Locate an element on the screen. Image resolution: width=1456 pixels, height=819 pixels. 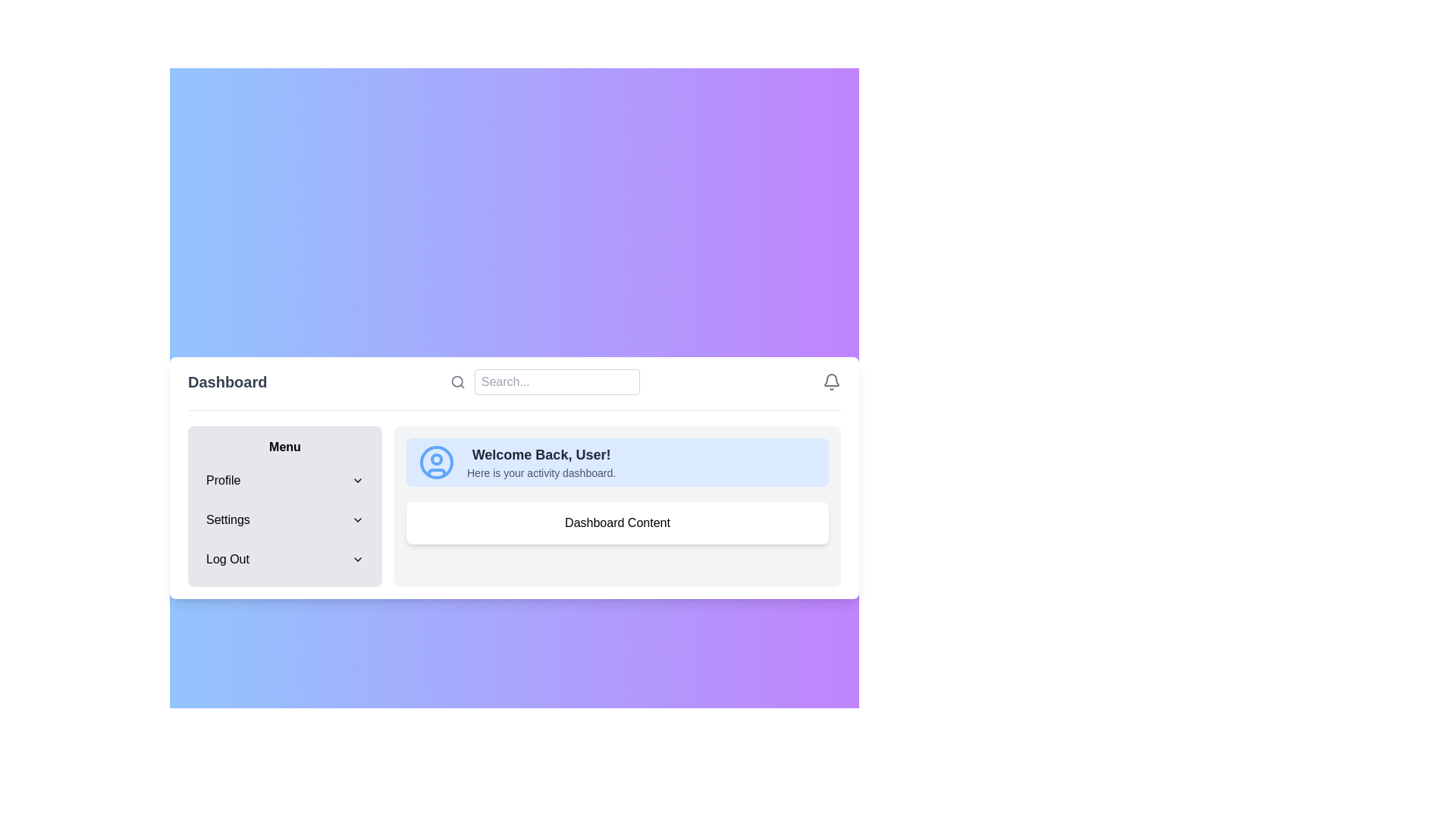
the downward-facing chevron icon with a sleek black outline located in the top-right corner of the 'Profile' menu item is located at coordinates (356, 479).